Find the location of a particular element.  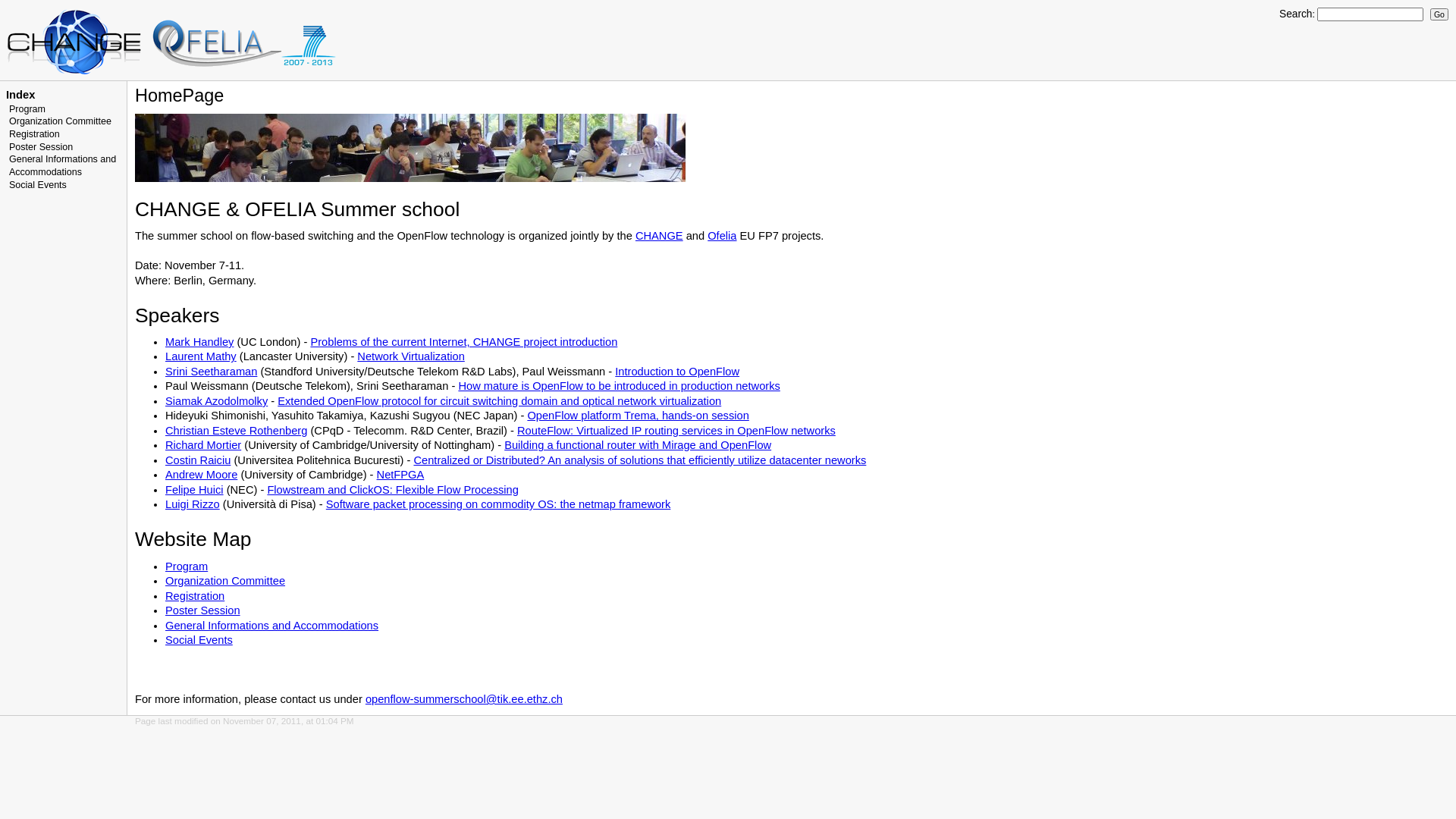

'NetFPGA' is located at coordinates (400, 473).